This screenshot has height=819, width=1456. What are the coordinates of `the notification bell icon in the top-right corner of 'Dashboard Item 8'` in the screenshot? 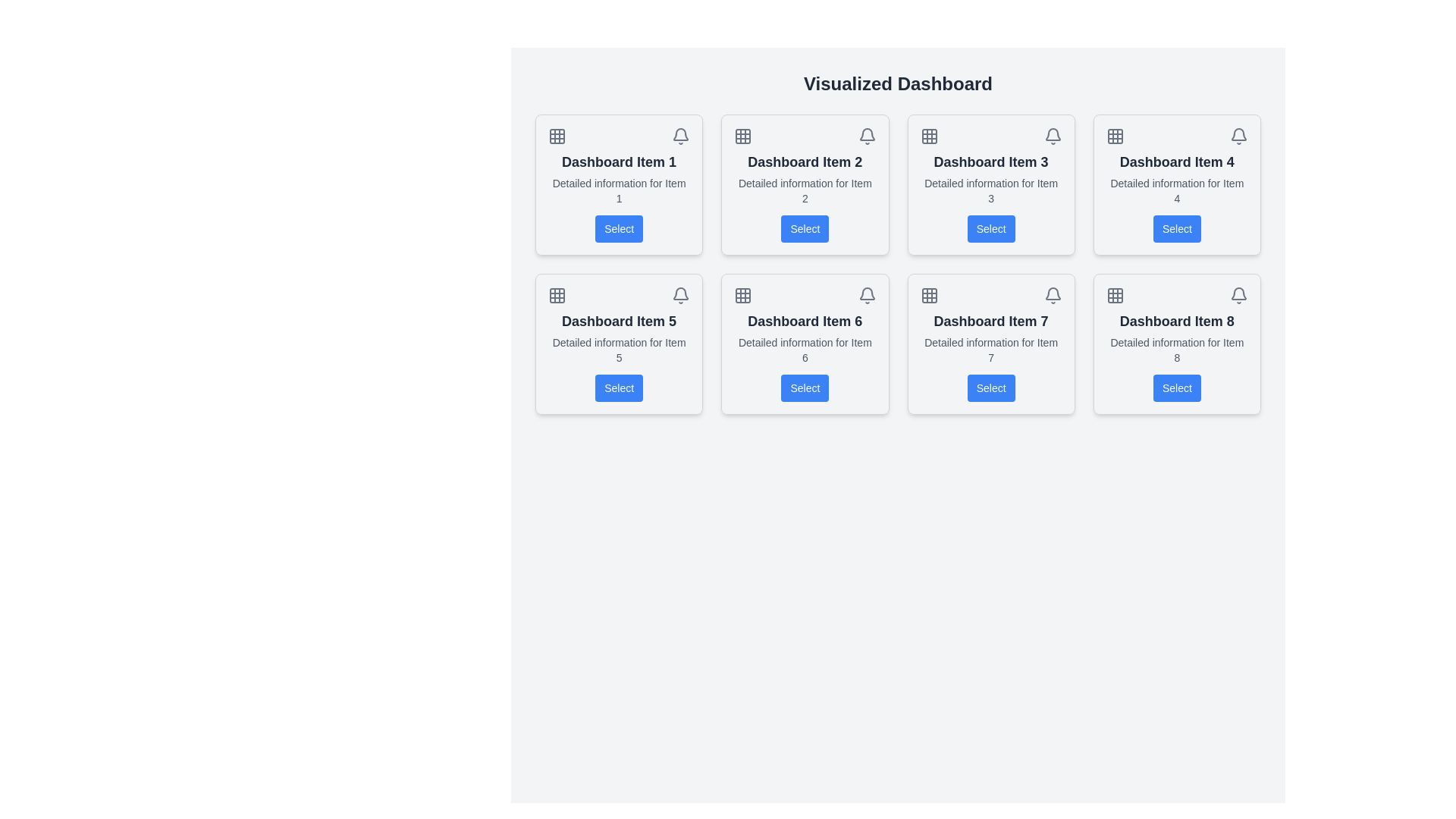 It's located at (1238, 295).